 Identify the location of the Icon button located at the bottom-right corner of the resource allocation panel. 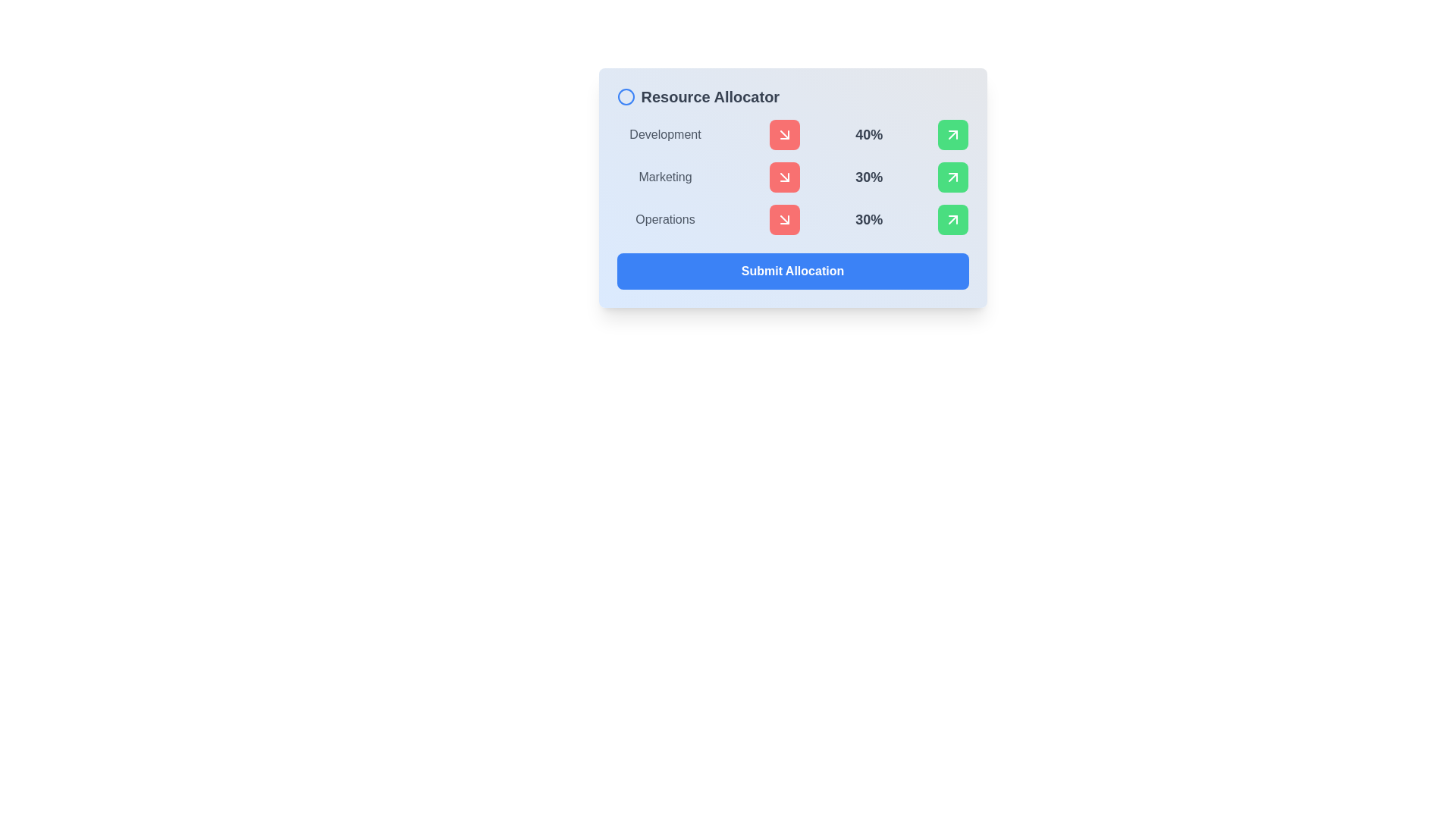
(952, 219).